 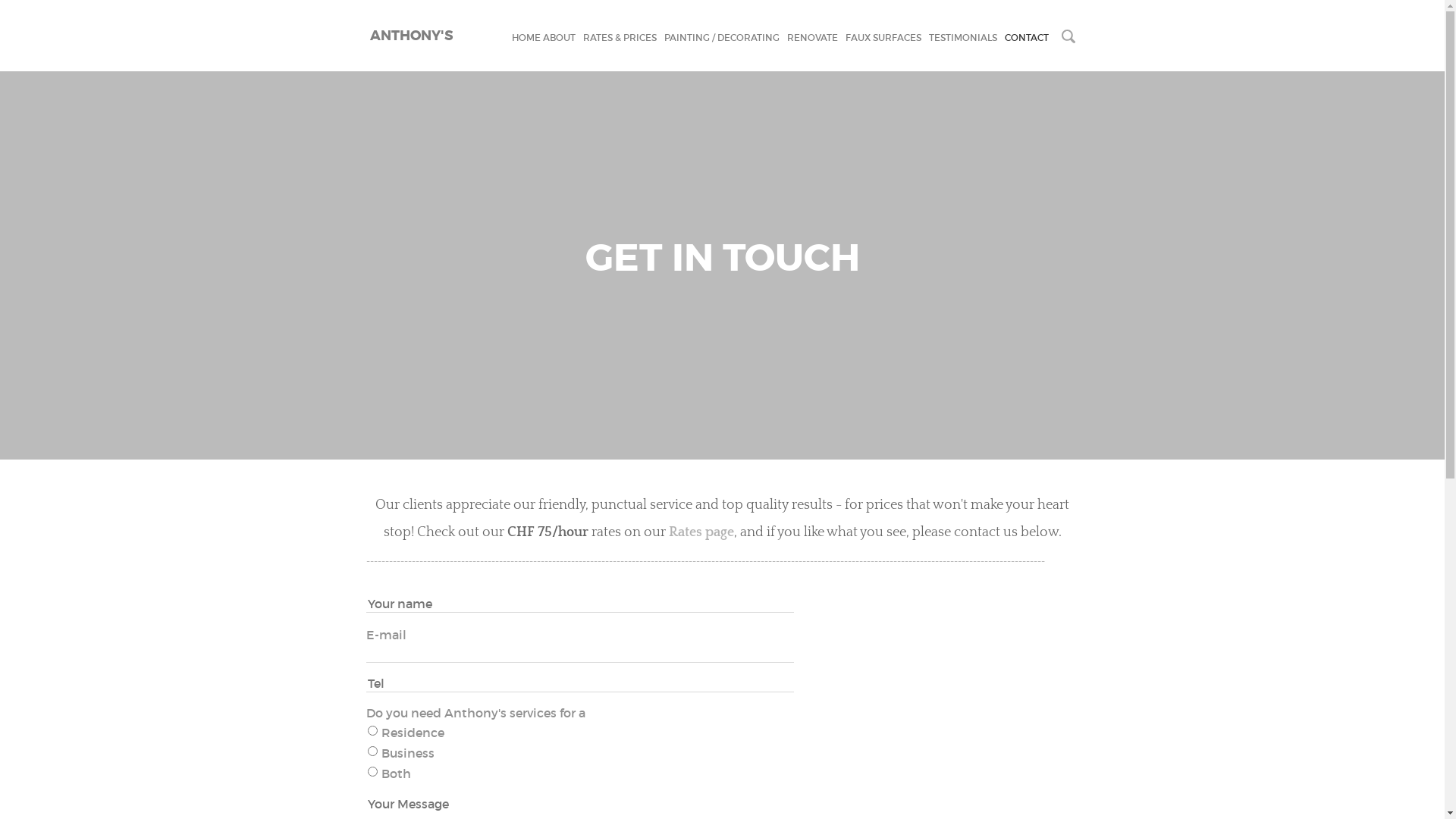 I want to click on 'TESTIMONIALS', so click(x=961, y=36).